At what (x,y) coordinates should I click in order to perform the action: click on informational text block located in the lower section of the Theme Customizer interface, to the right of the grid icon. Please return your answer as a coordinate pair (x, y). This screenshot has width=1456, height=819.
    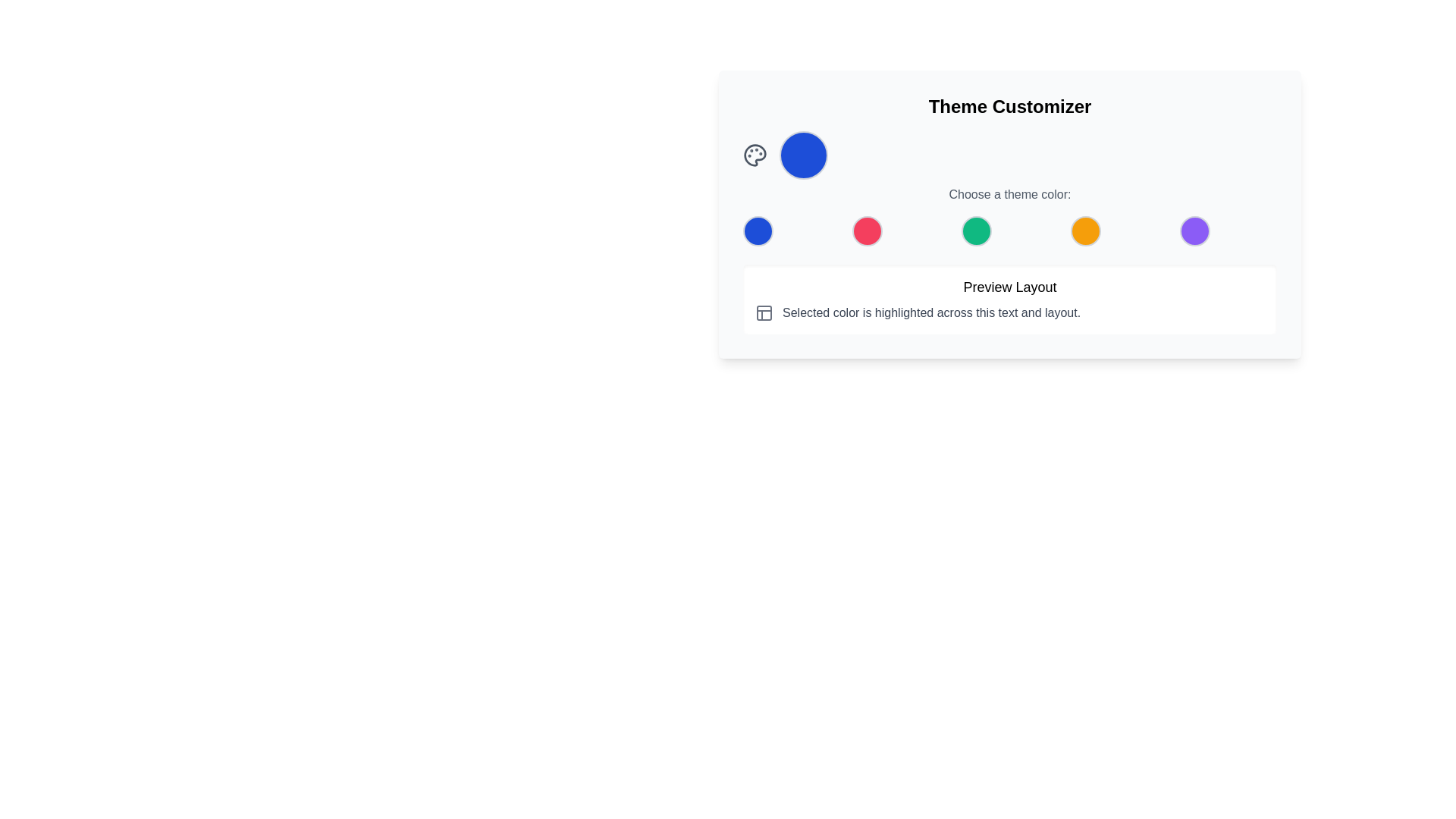
    Looking at the image, I should click on (930, 312).